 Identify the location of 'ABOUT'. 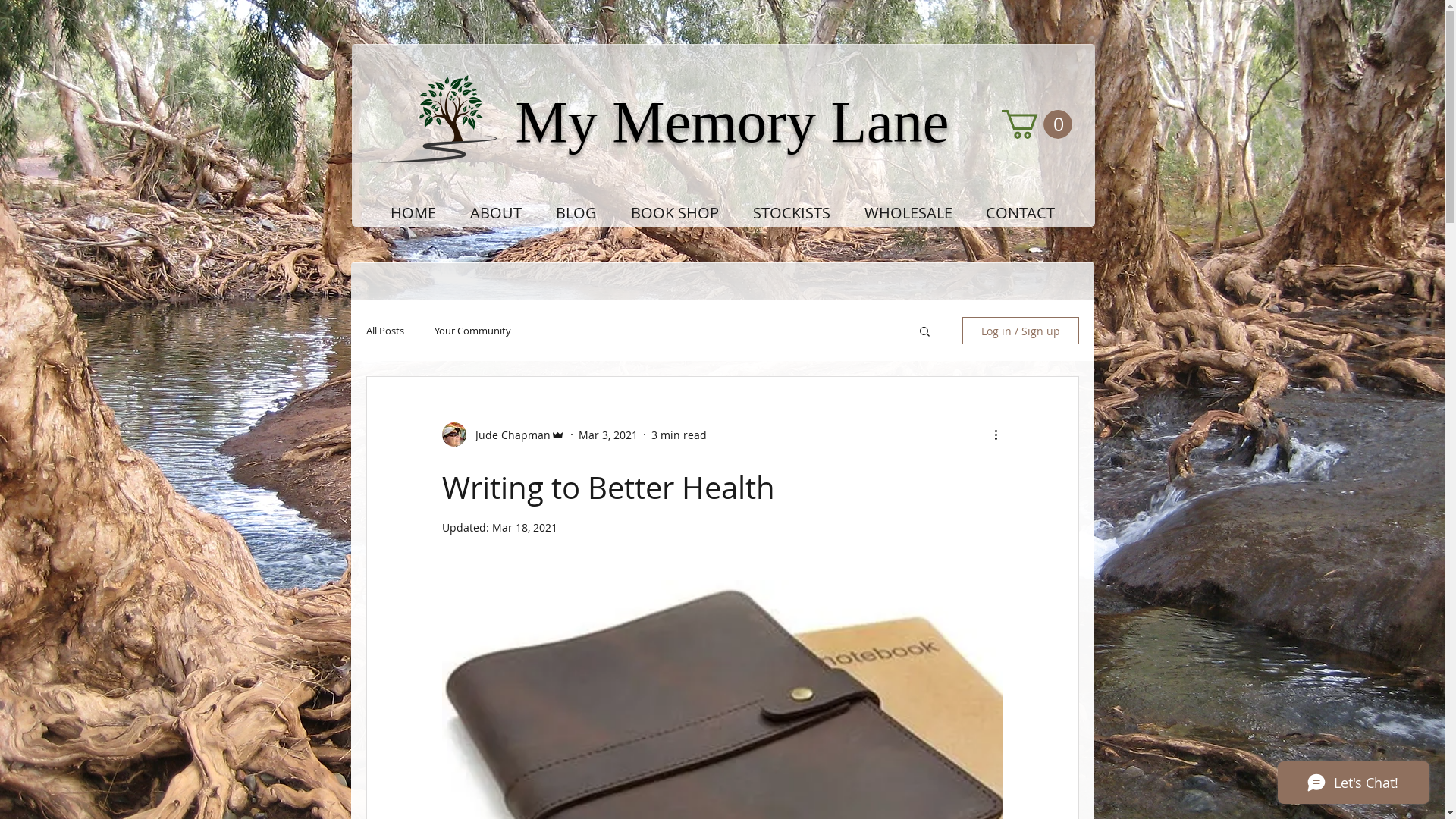
(496, 213).